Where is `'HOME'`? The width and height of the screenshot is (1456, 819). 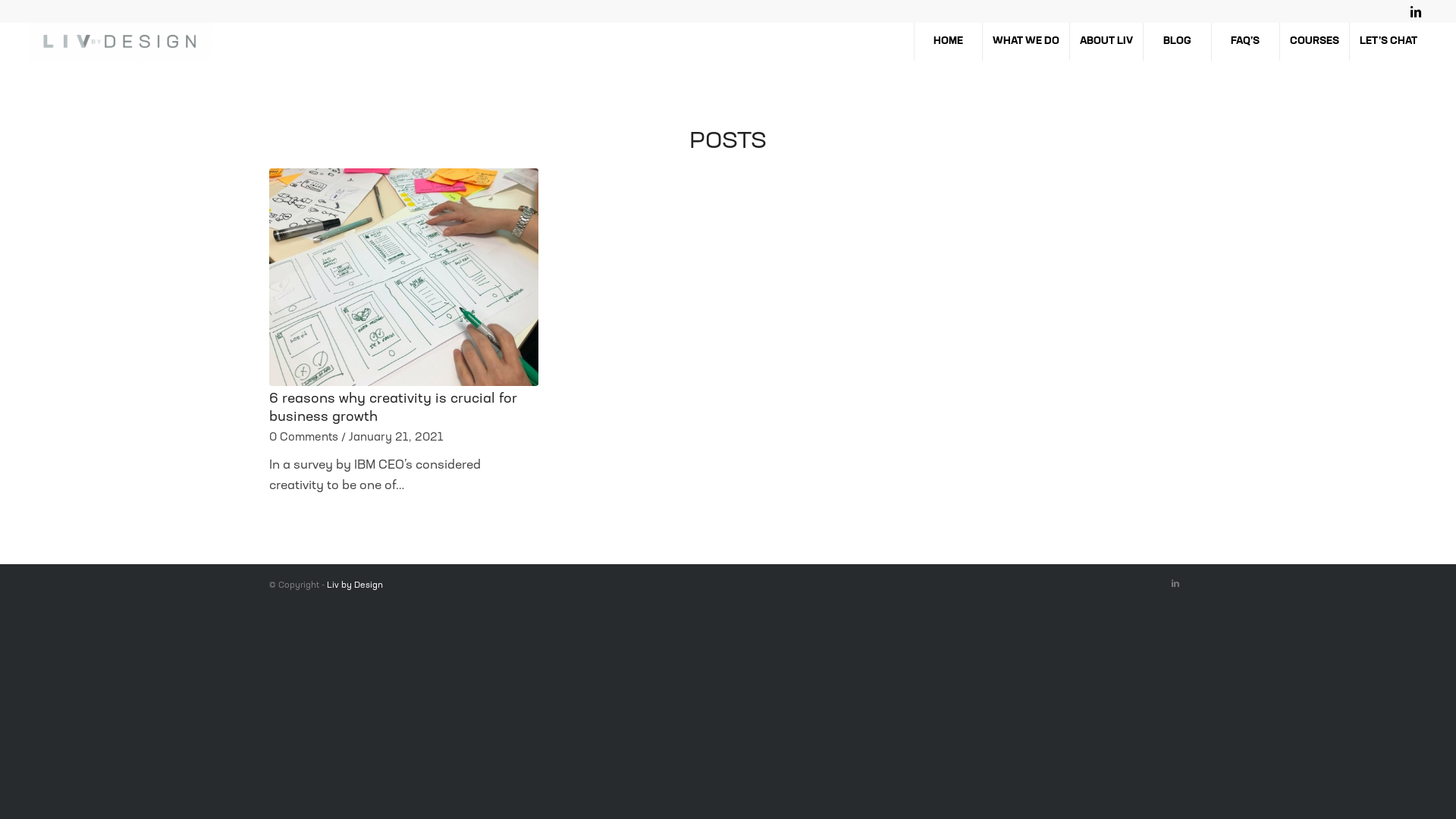
'HOME' is located at coordinates (912, 40).